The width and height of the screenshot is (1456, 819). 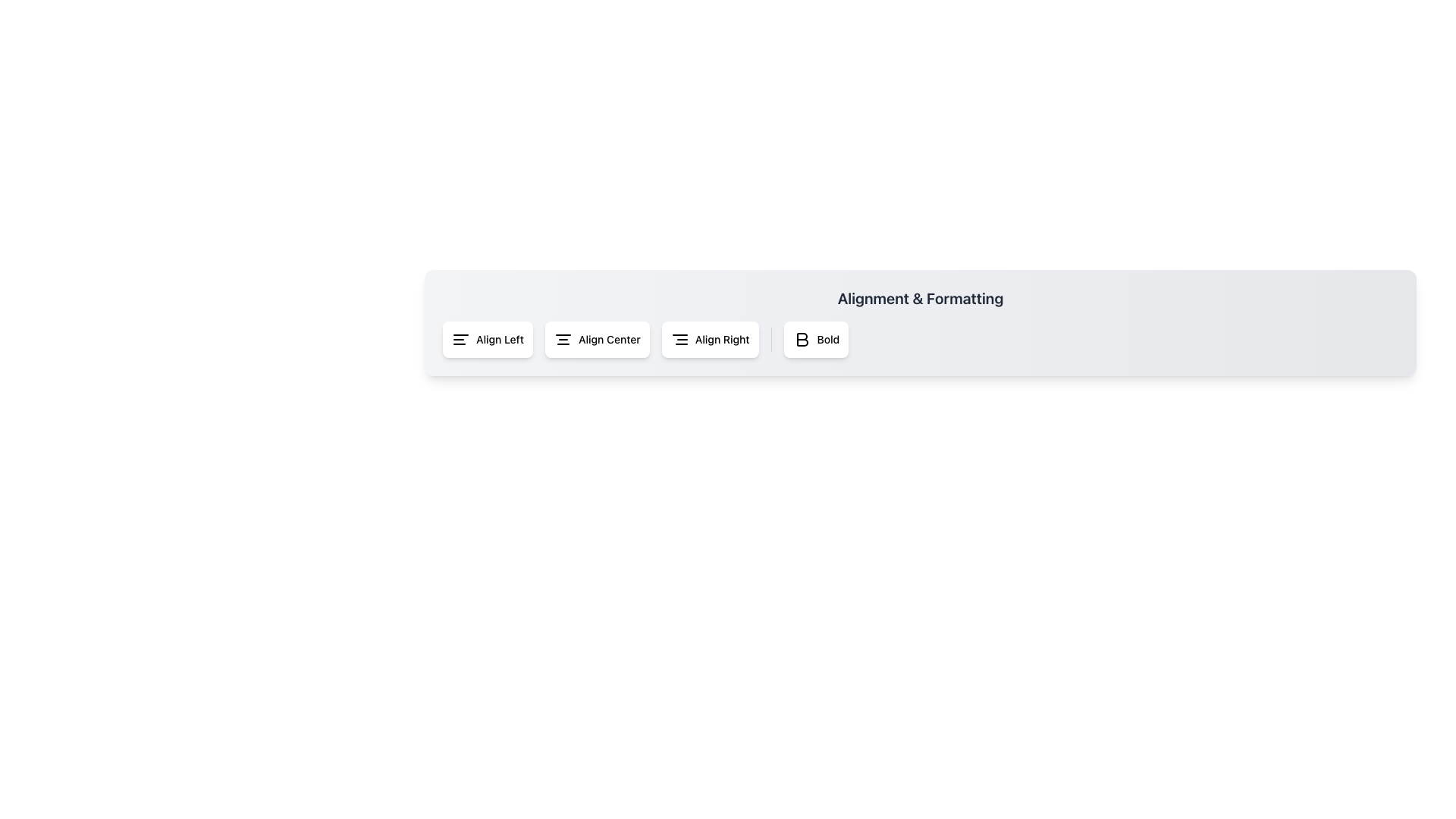 What do you see at coordinates (771, 338) in the screenshot?
I see `the Horizontal Line Separator, which visually separates the 'Align Right' and 'Bold' buttons in the toolbar` at bounding box center [771, 338].